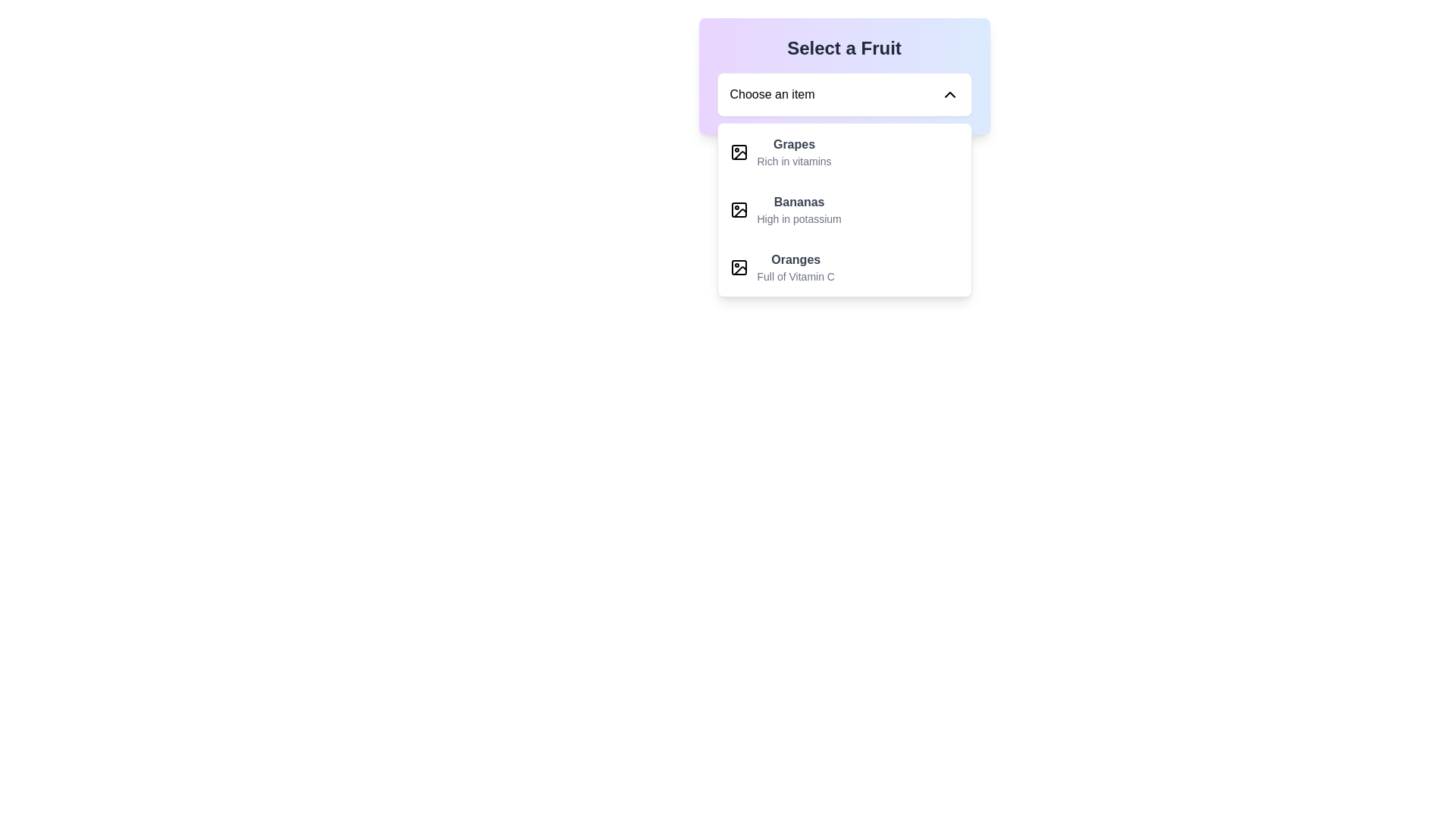 The height and width of the screenshot is (819, 1456). What do you see at coordinates (743, 210) in the screenshot?
I see `the small icon resembling an image placeholder, which is located to the left of the text labeled 'Bananas' and 'High in potassium'` at bounding box center [743, 210].